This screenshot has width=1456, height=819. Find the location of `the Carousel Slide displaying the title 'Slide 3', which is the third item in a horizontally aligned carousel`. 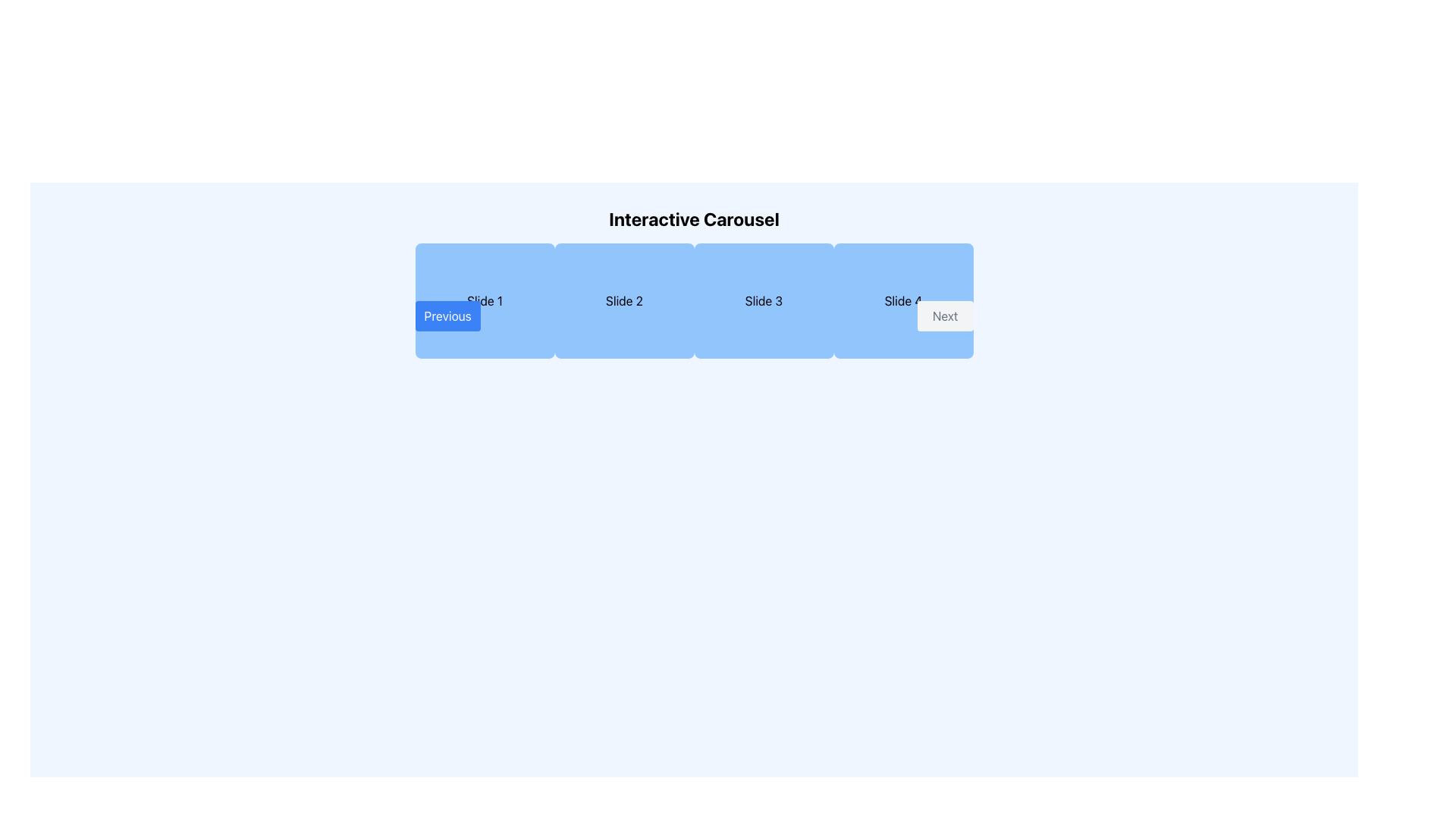

the Carousel Slide displaying the title 'Slide 3', which is the third item in a horizontally aligned carousel is located at coordinates (764, 301).